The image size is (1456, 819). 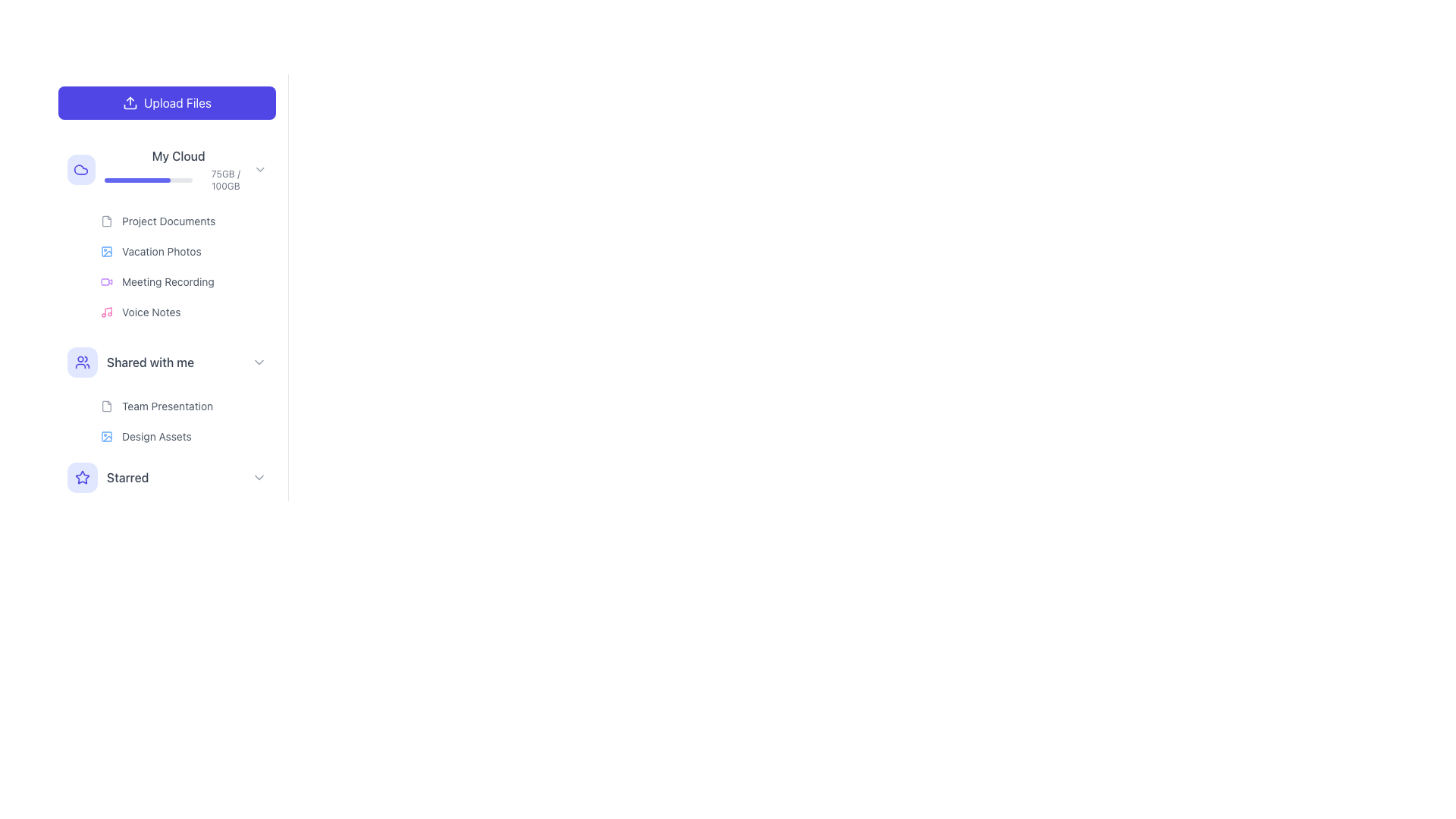 I want to click on the 'Vacation Photos' text label, which is styled in a small gray font and located next to a blue-colored image icon in the 'My Cloud' section, so click(x=151, y=250).